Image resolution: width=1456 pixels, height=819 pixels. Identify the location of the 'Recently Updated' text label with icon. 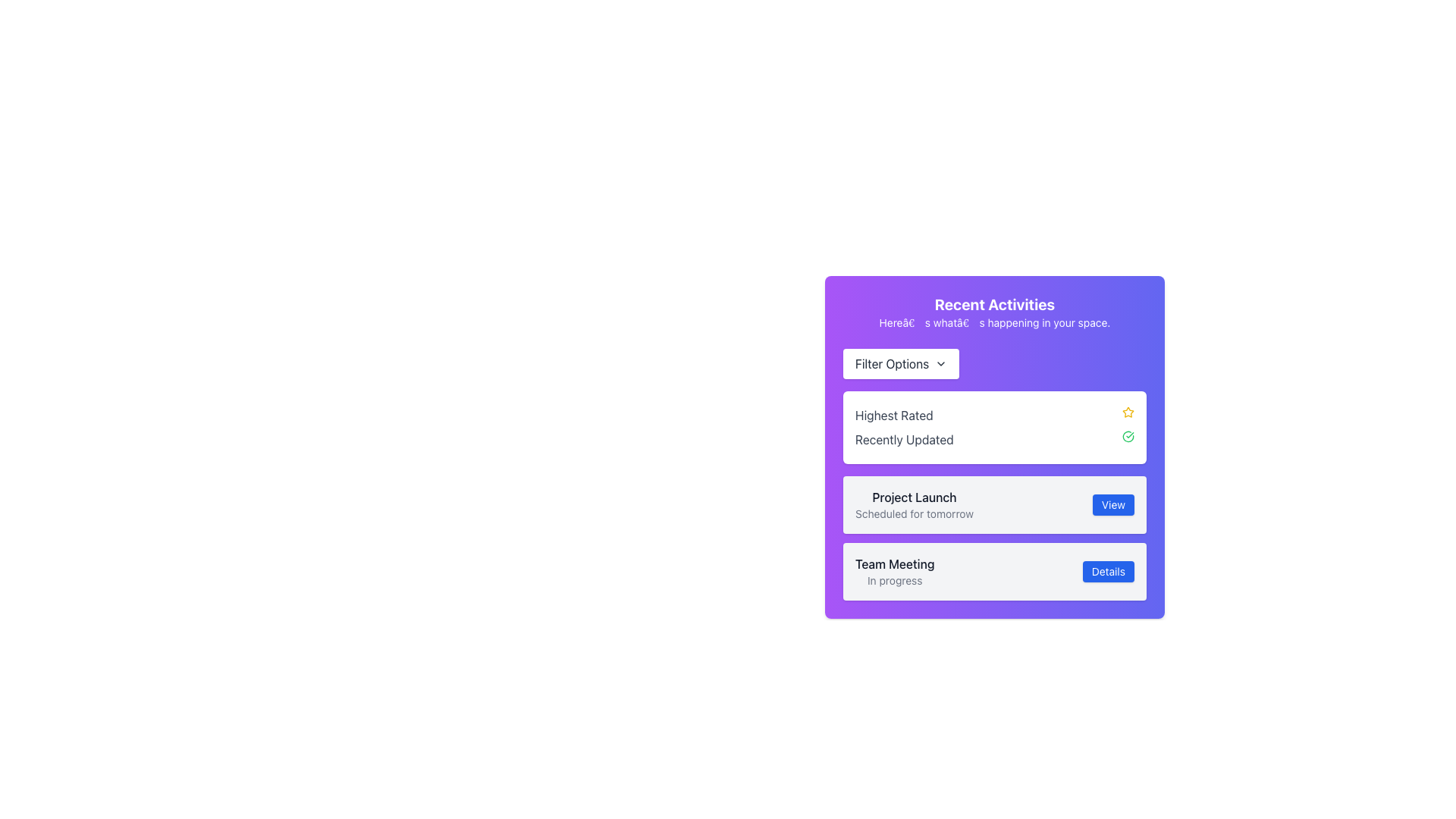
(994, 439).